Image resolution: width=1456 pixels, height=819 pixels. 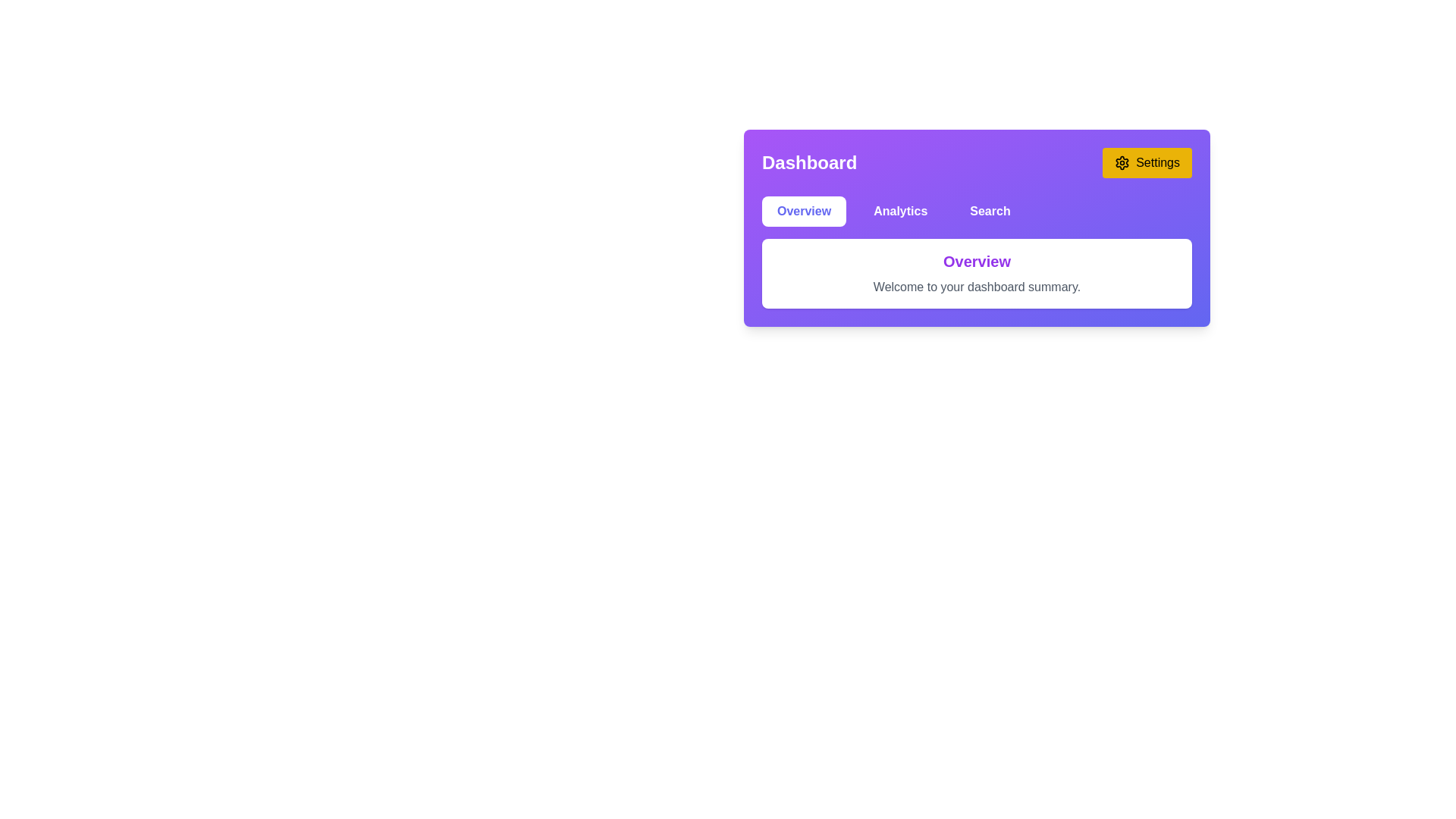 What do you see at coordinates (803, 211) in the screenshot?
I see `the first button labeled 'Overview' with a white background and purple text` at bounding box center [803, 211].